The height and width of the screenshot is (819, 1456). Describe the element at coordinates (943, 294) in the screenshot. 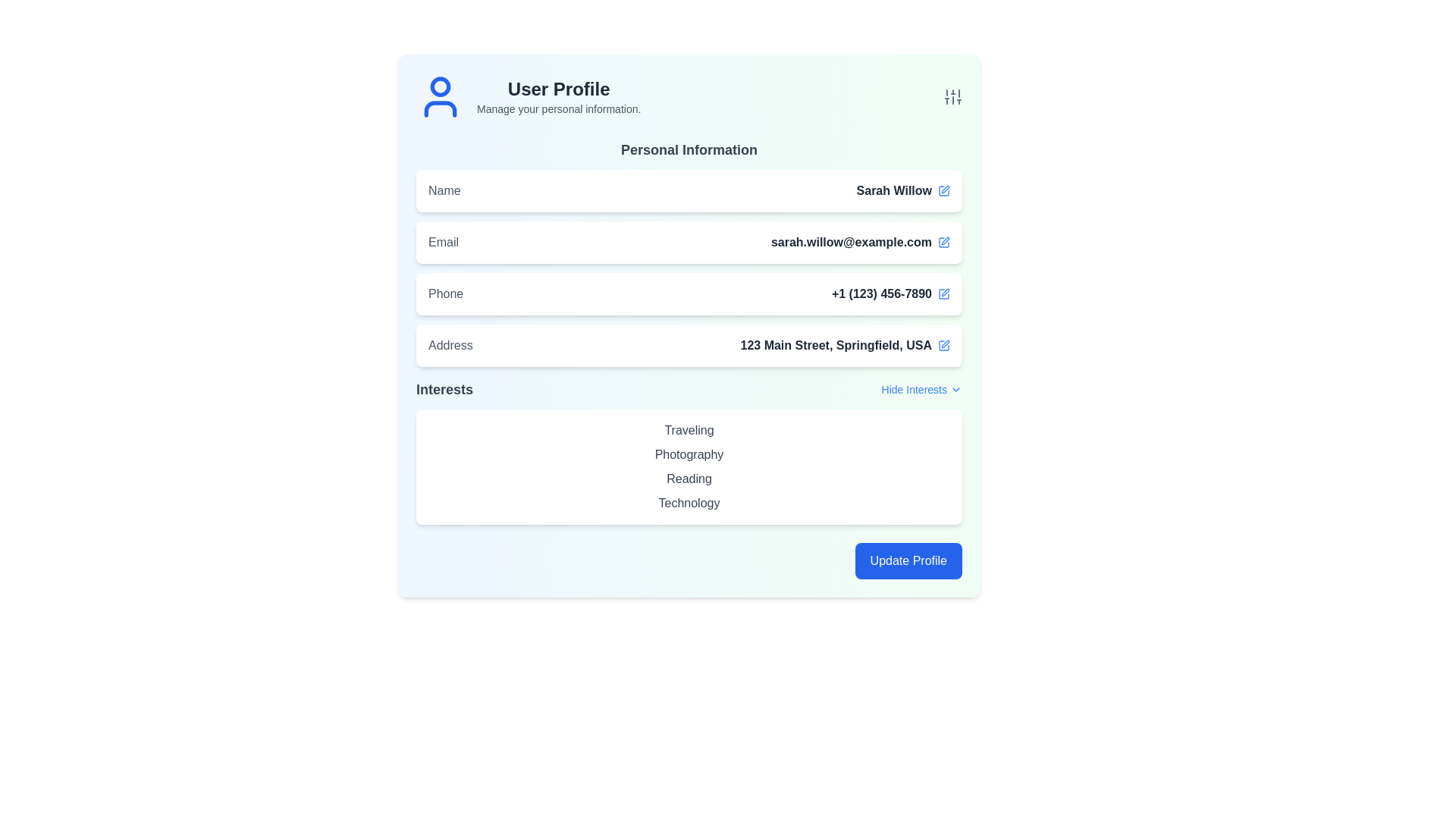

I see `the blue square icon with a pen overlay located in the 'Phone' field section on the right-hand side of the field's content` at that location.